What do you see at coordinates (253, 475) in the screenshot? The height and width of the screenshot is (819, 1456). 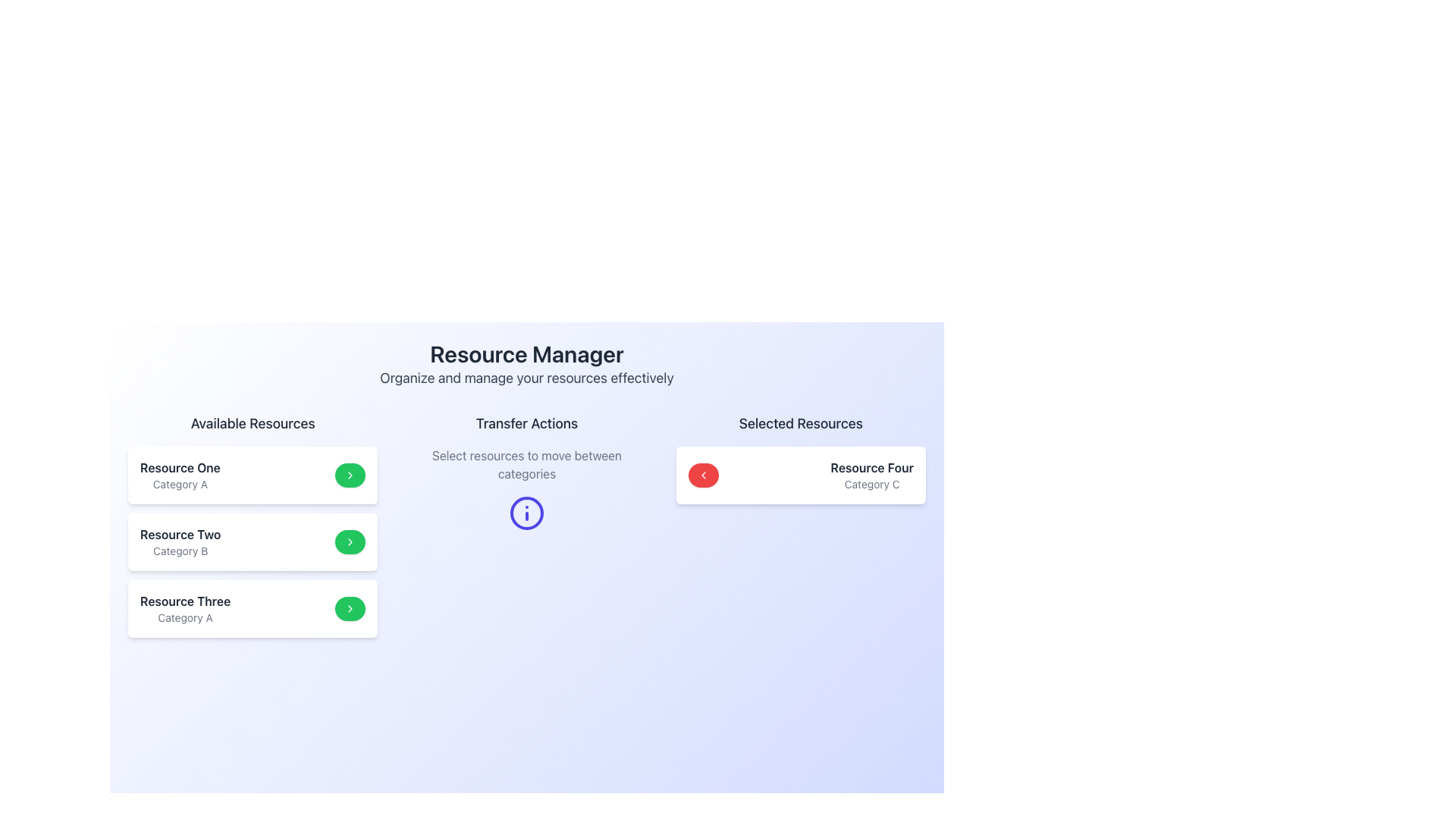 I see `displayed information from the 'Resource One' card component in the 'Available Resources' section, which is the first card in the vertical list` at bounding box center [253, 475].